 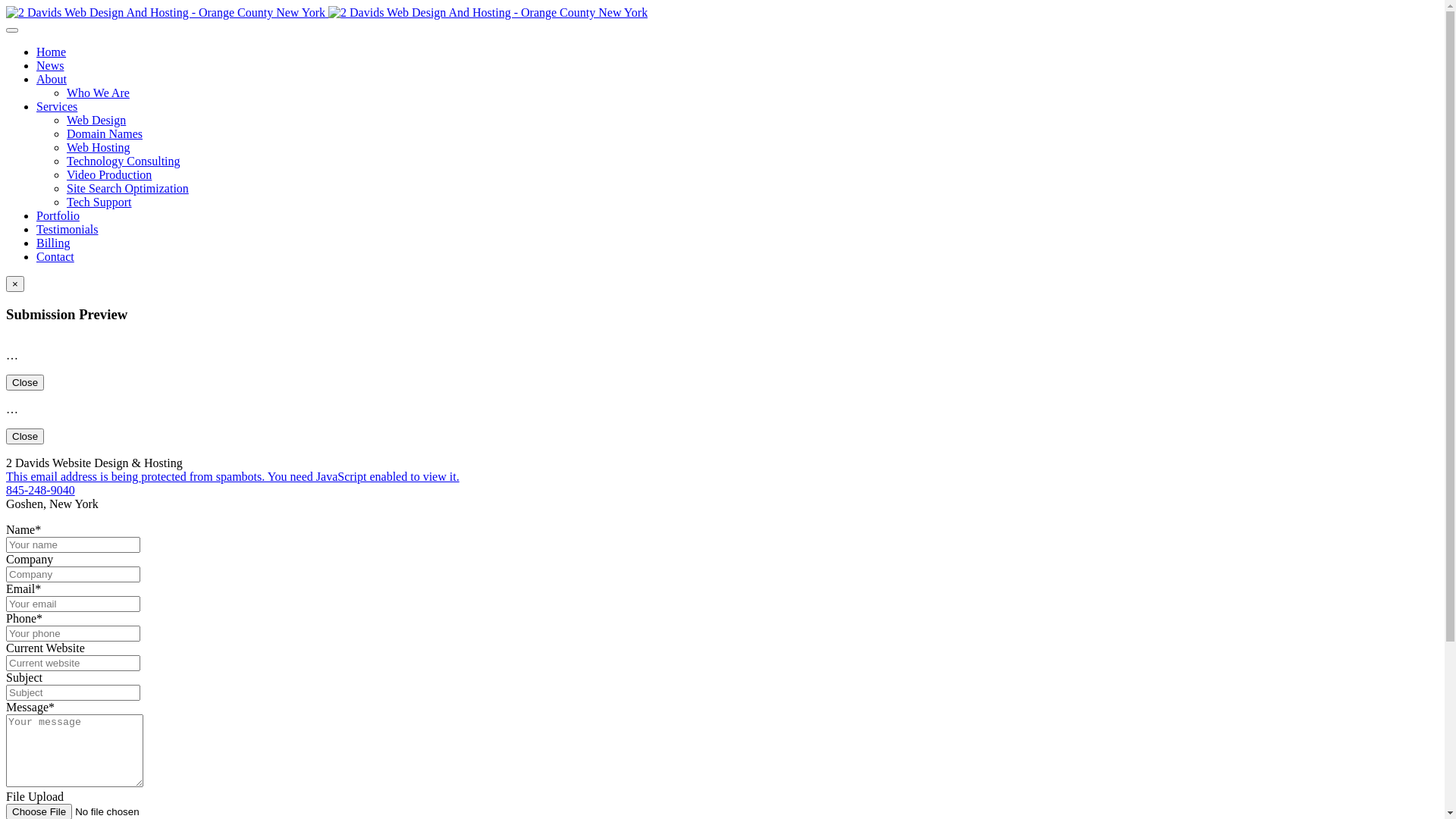 What do you see at coordinates (97, 147) in the screenshot?
I see `'Web Hosting'` at bounding box center [97, 147].